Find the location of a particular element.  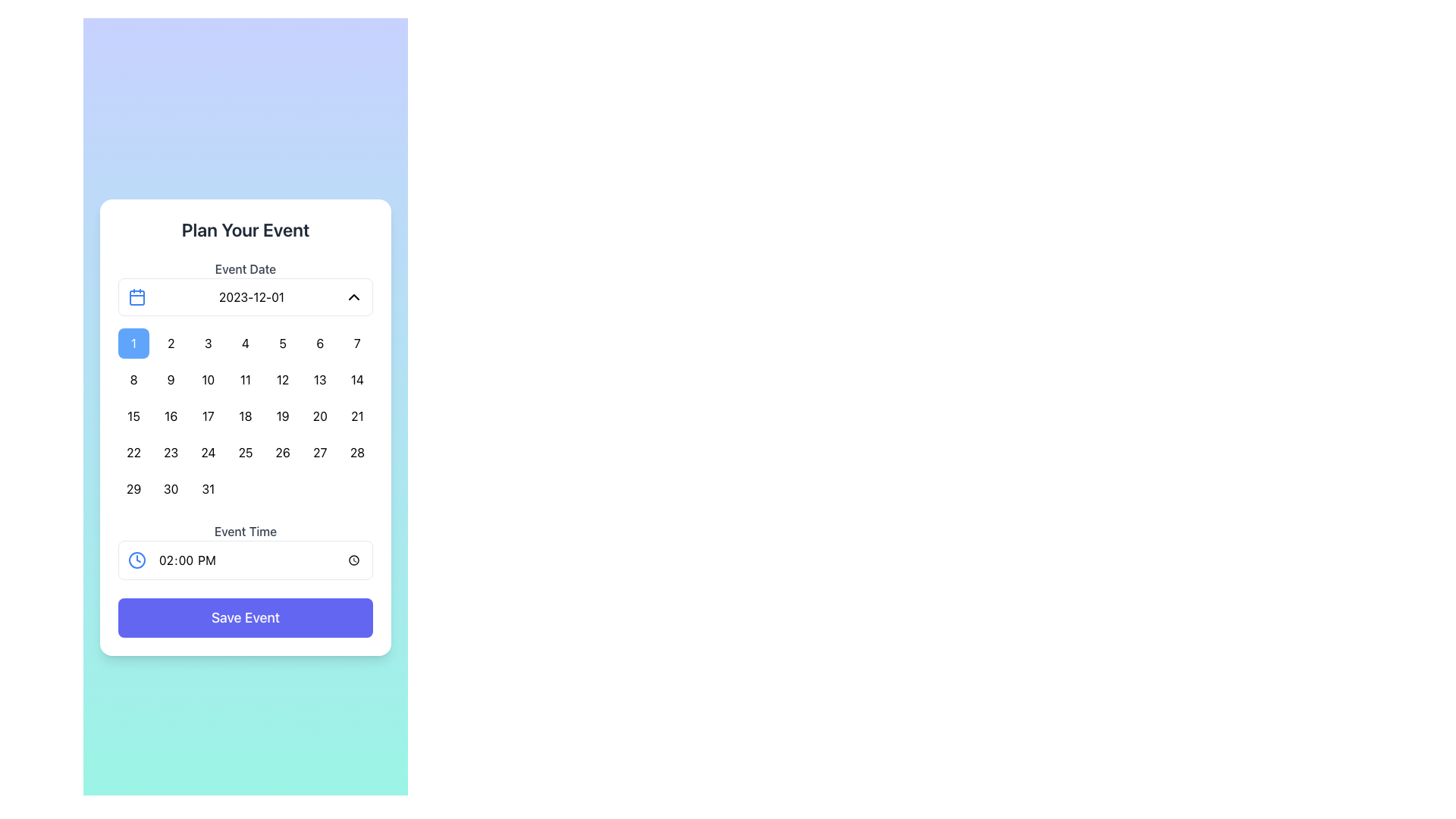

the calendar icon located at the leftmost side of the date input field displaying '2023-12-01' is located at coordinates (137, 297).